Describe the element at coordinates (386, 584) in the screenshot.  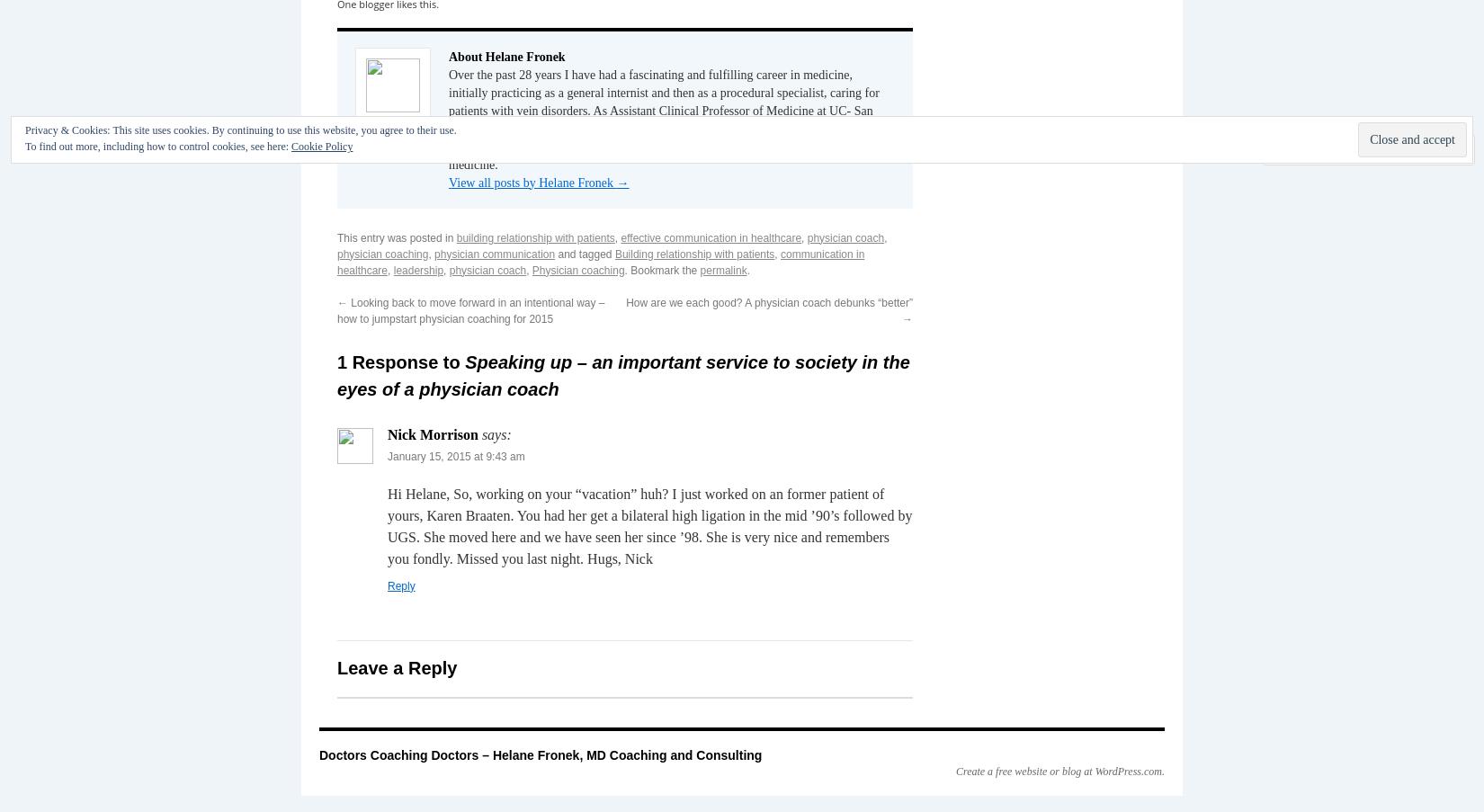
I see `'Reply'` at that location.